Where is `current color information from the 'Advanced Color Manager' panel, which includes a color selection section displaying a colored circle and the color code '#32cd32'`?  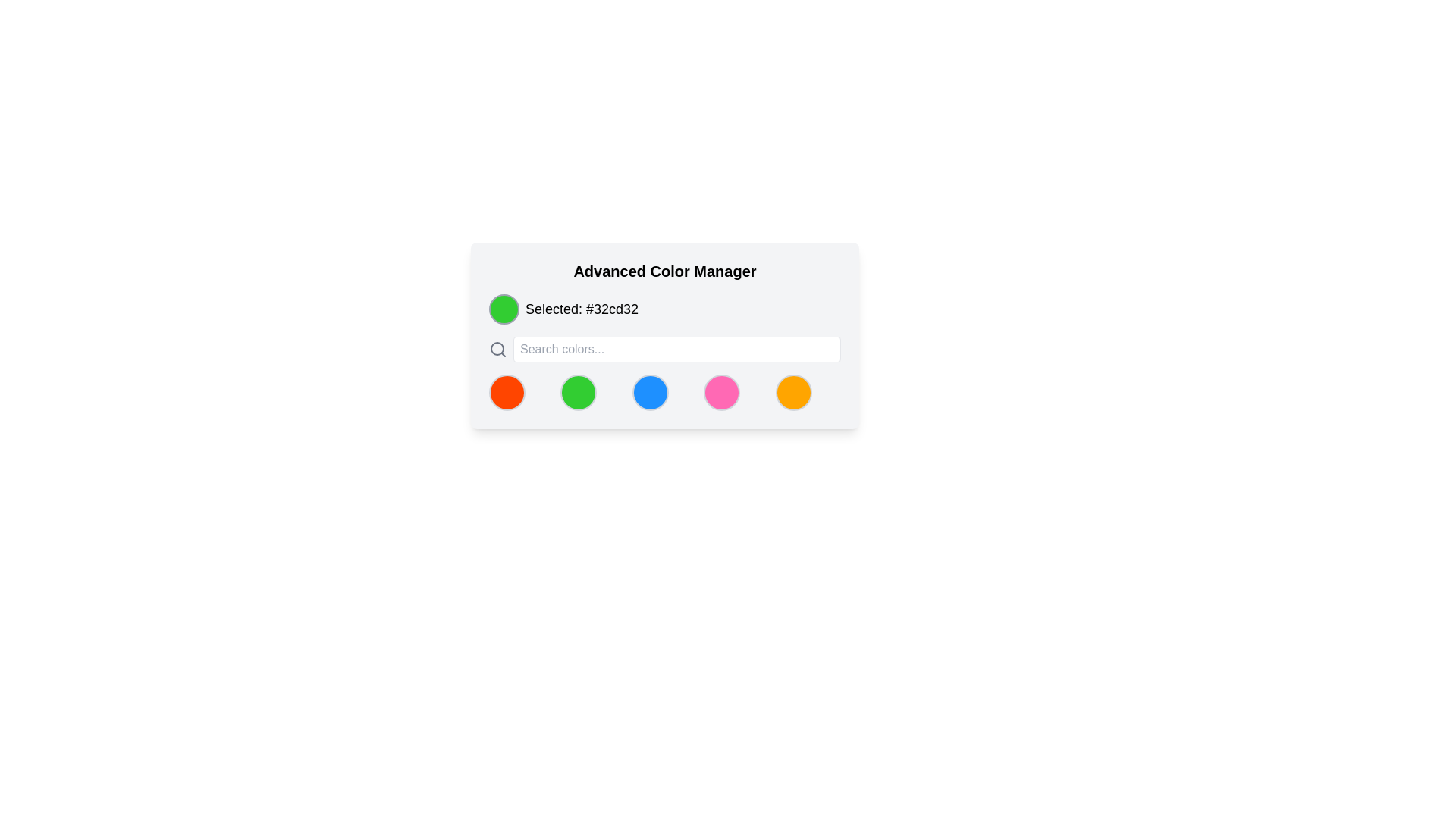 current color information from the 'Advanced Color Manager' panel, which includes a color selection section displaying a colored circle and the color code '#32cd32' is located at coordinates (665, 335).